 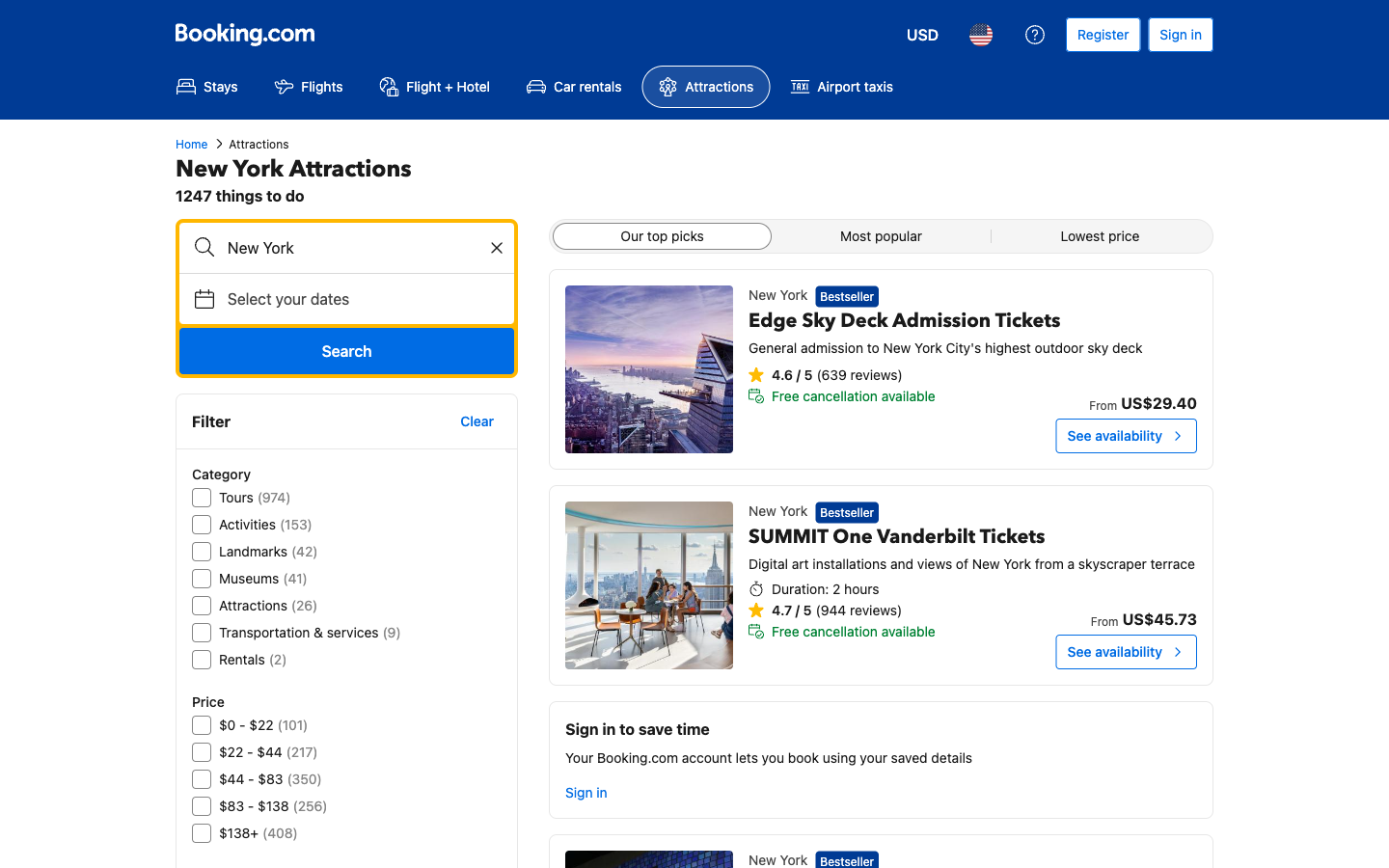 I want to click on Update to the secondary currency choice from the menu, so click(x=922, y=34).